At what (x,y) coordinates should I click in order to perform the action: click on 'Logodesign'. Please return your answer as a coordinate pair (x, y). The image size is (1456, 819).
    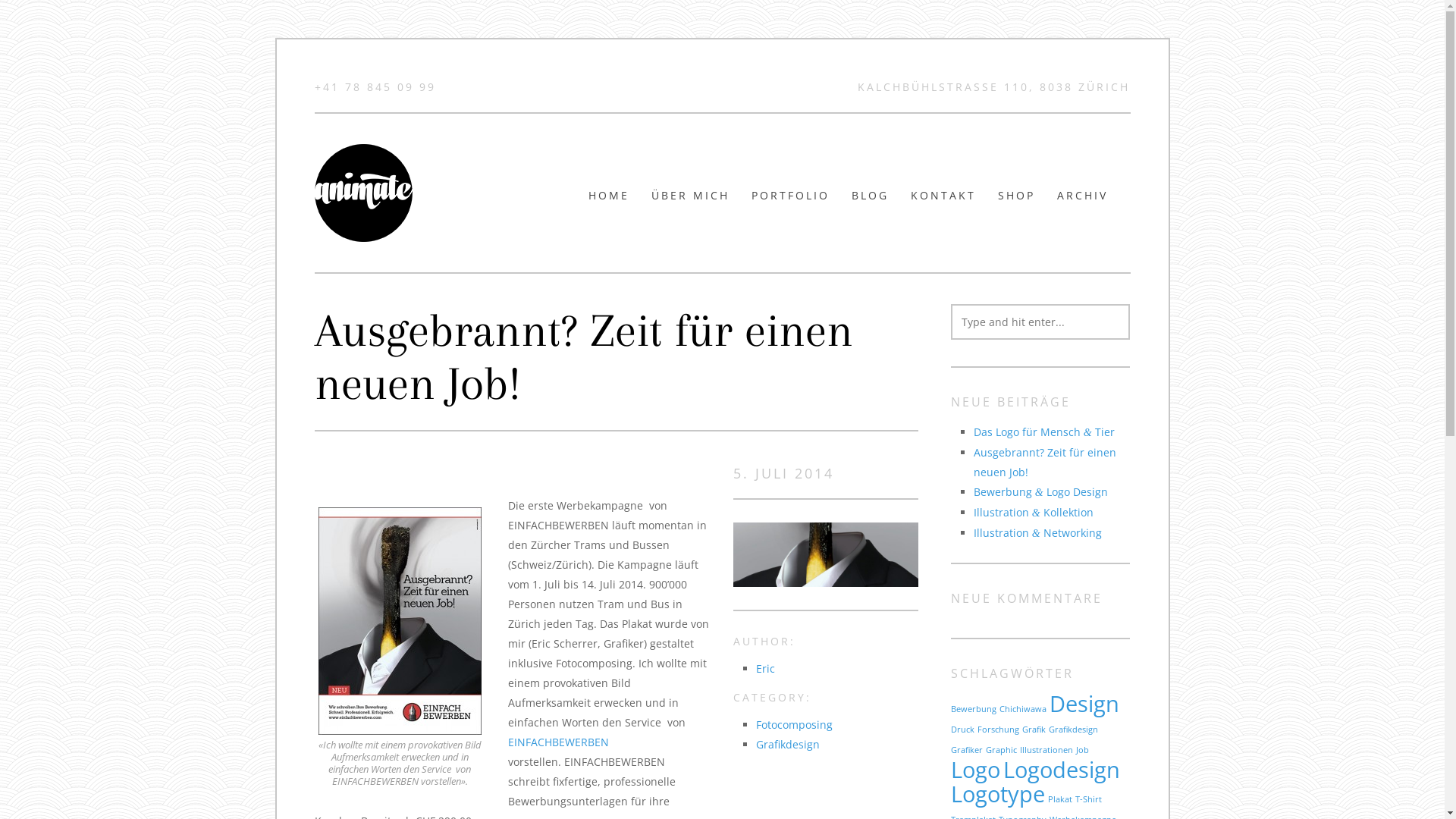
    Looking at the image, I should click on (1061, 769).